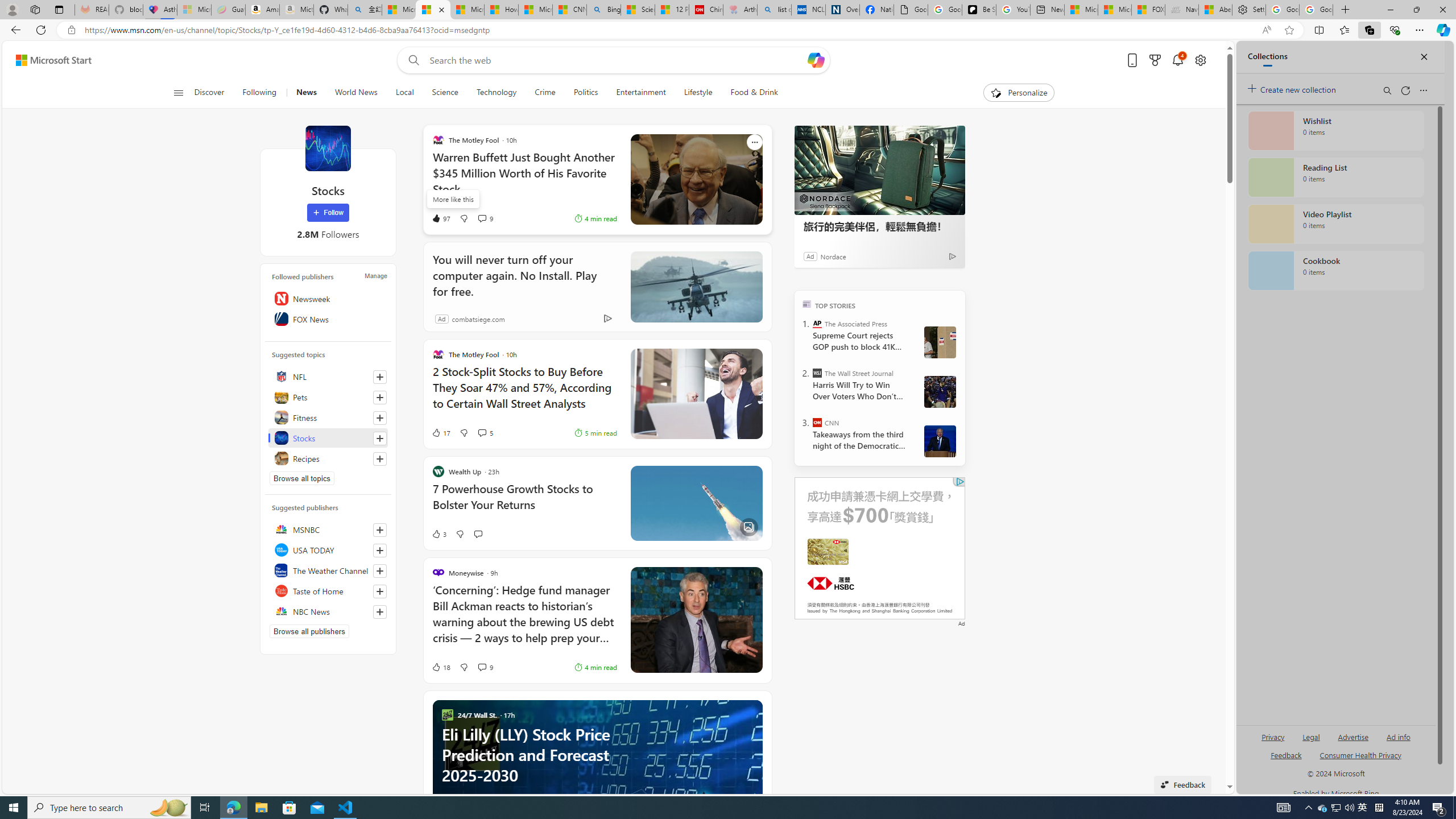  Describe the element at coordinates (327, 570) in the screenshot. I see `'The Weather Channel'` at that location.